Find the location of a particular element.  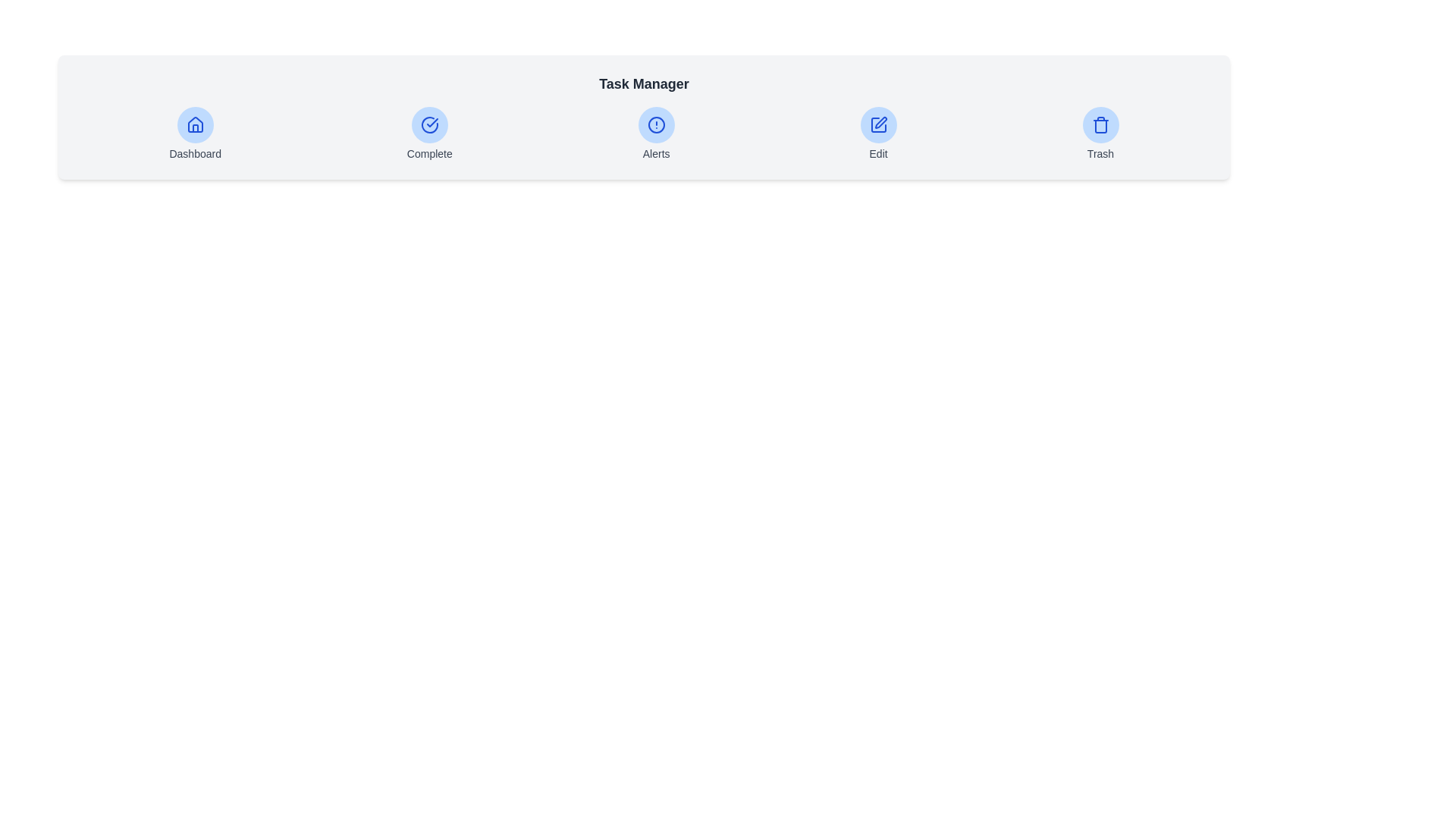

the 'Complete' icon with a checkmark in a blue circular background located in the navigation bar is located at coordinates (428, 133).